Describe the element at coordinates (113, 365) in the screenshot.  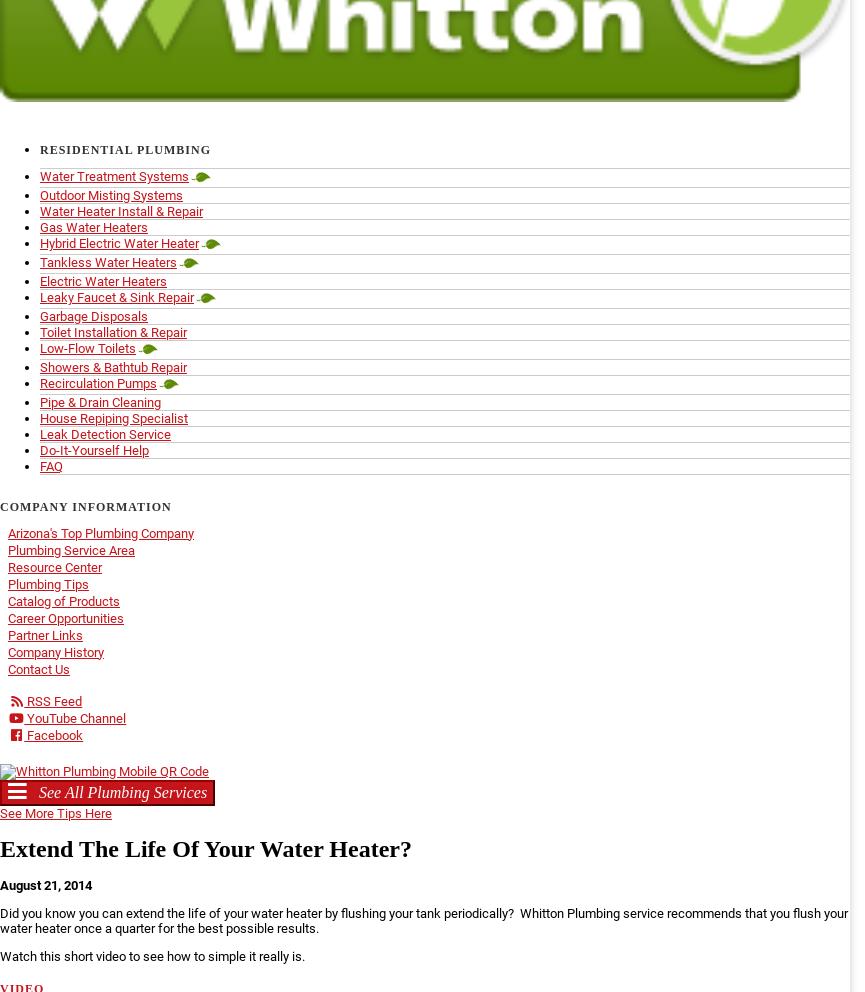
I see `'Showers & Bathtub Repair'` at that location.